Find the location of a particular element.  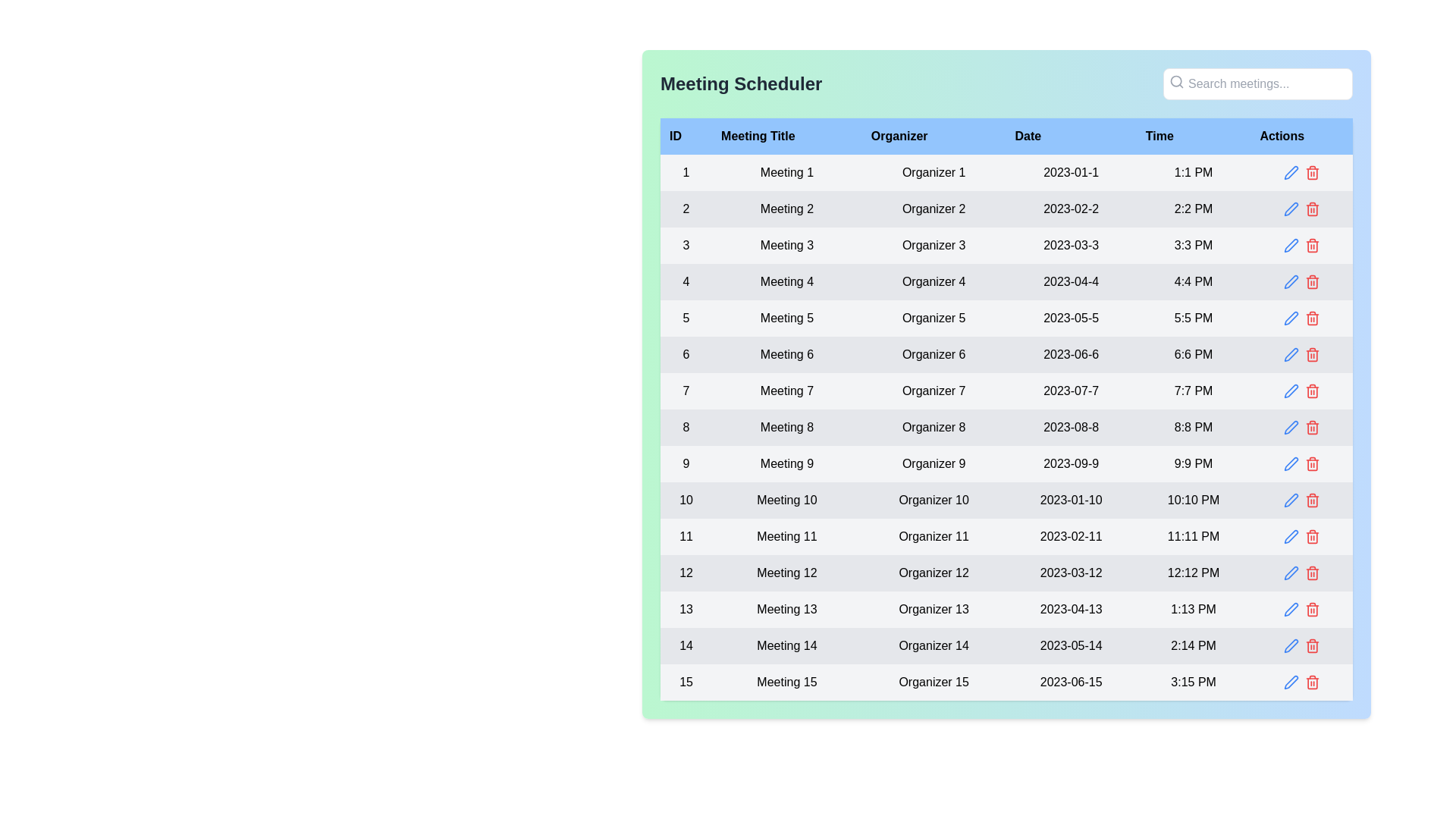

the pencil icon button located in the 'Actions' column, fourth row, associated with 'Meeting 4' is located at coordinates (1290, 281).